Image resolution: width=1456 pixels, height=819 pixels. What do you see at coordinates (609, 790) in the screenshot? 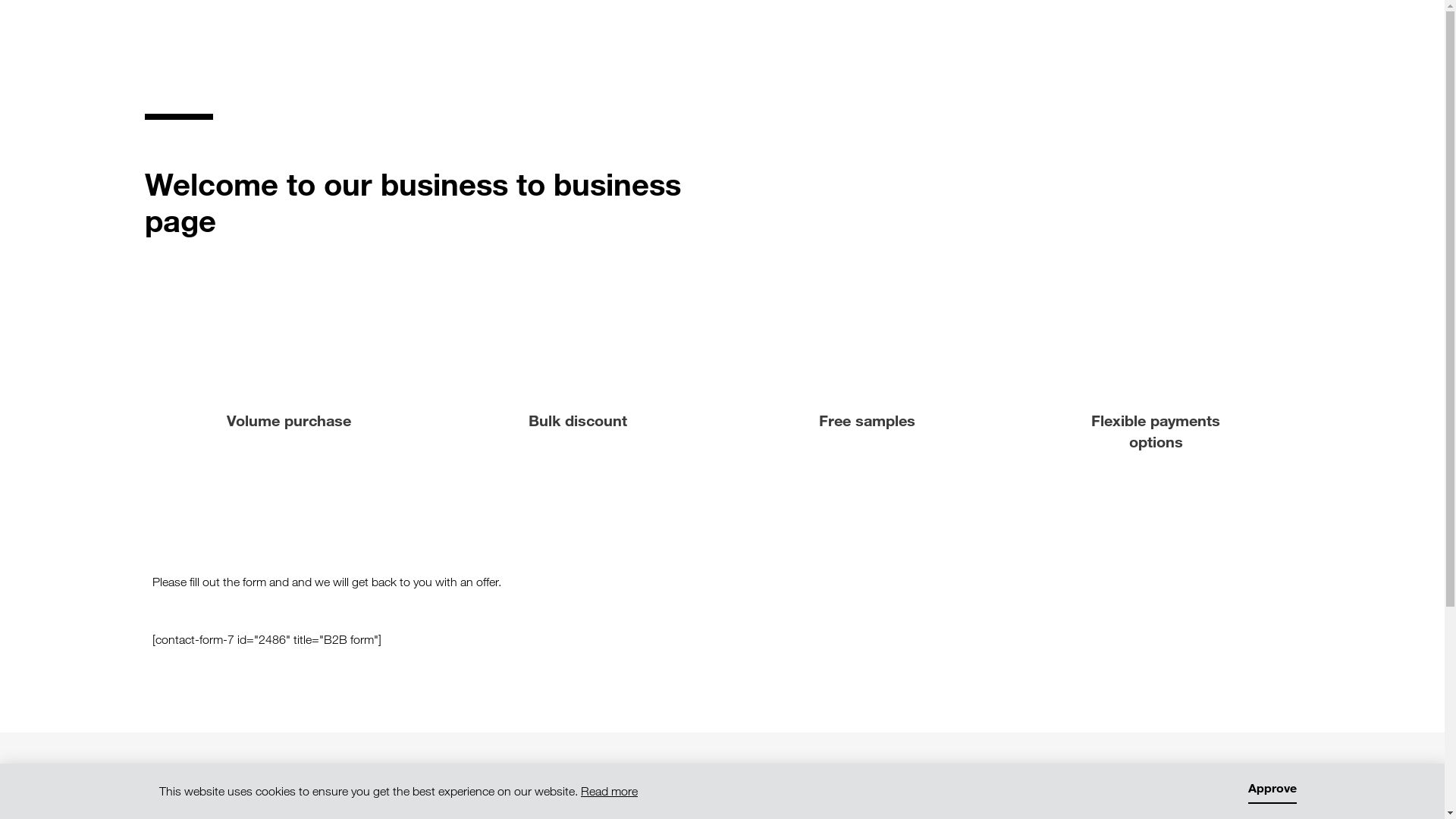
I see `'Read more'` at bounding box center [609, 790].